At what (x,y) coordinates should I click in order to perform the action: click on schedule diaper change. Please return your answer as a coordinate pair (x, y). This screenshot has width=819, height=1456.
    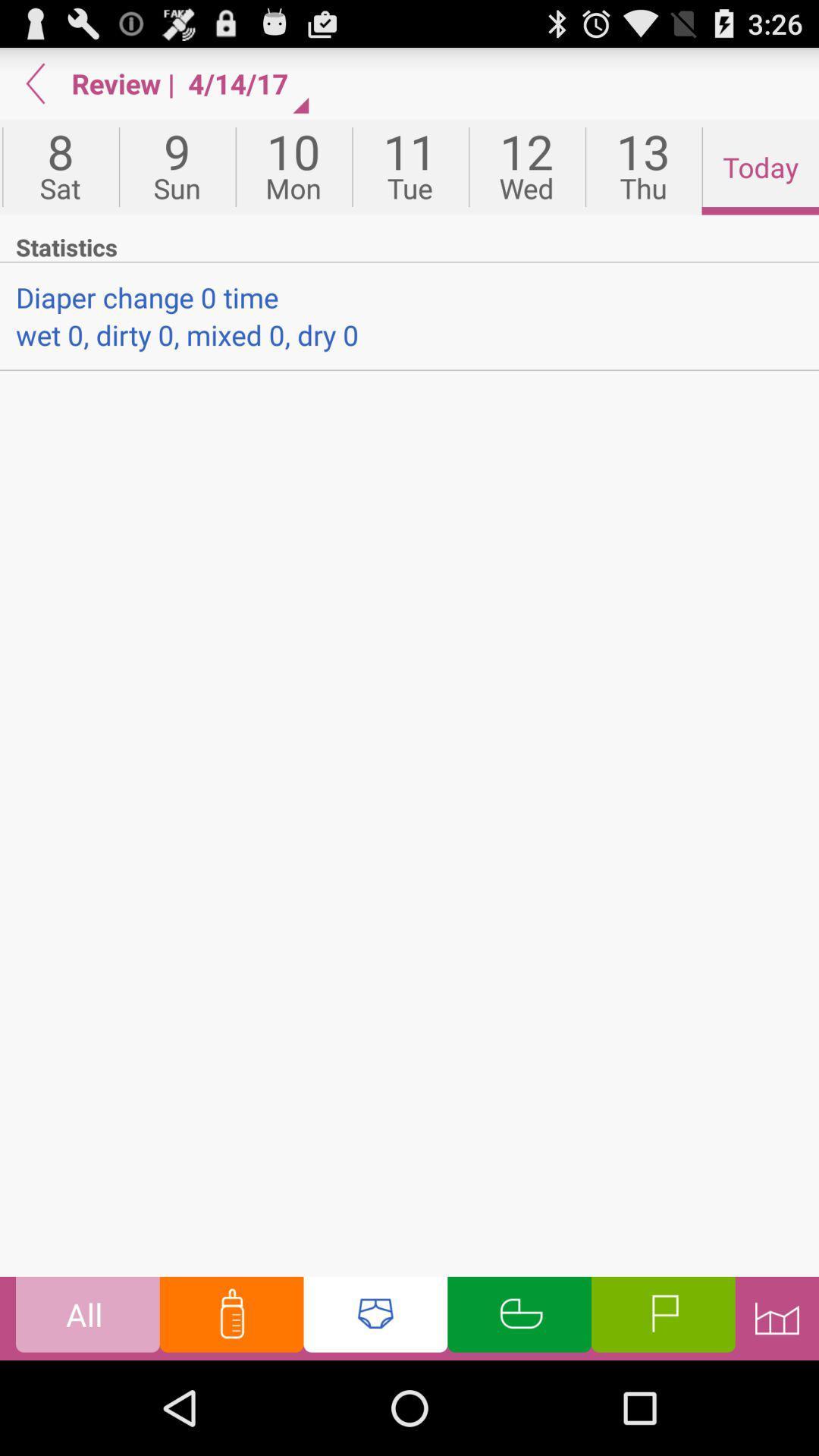
    Looking at the image, I should click on (375, 1317).